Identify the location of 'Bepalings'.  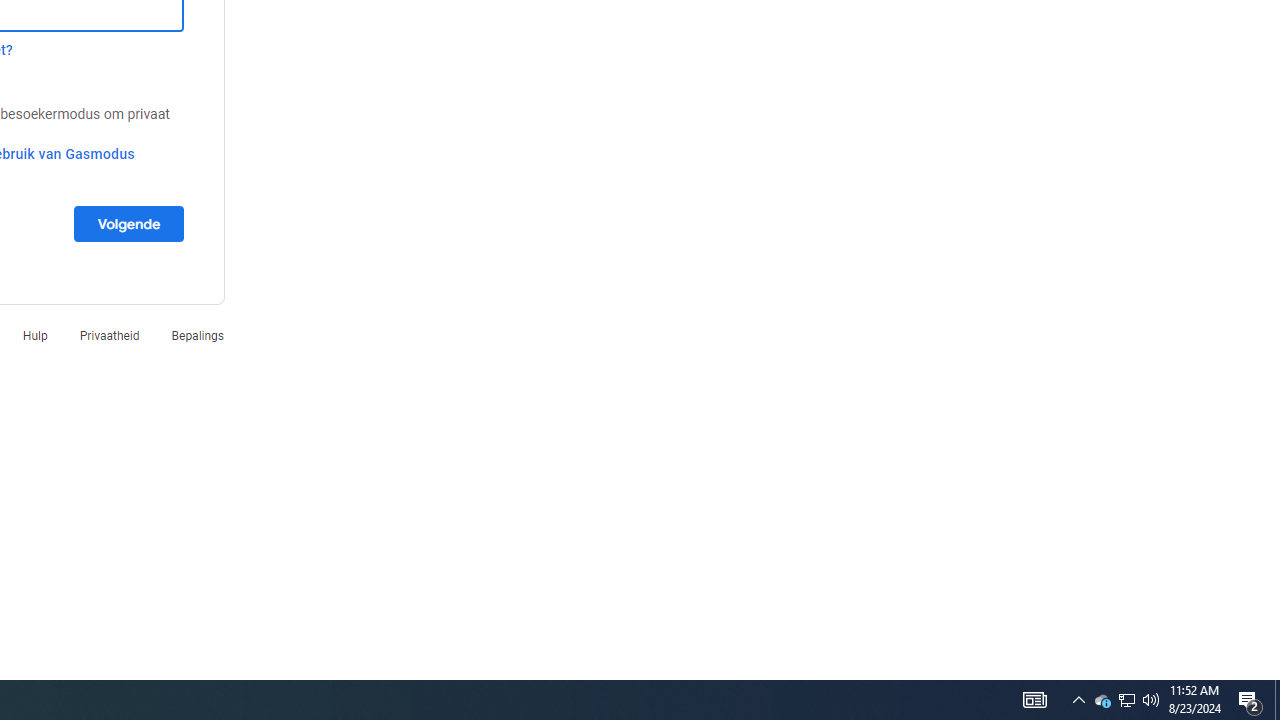
(197, 334).